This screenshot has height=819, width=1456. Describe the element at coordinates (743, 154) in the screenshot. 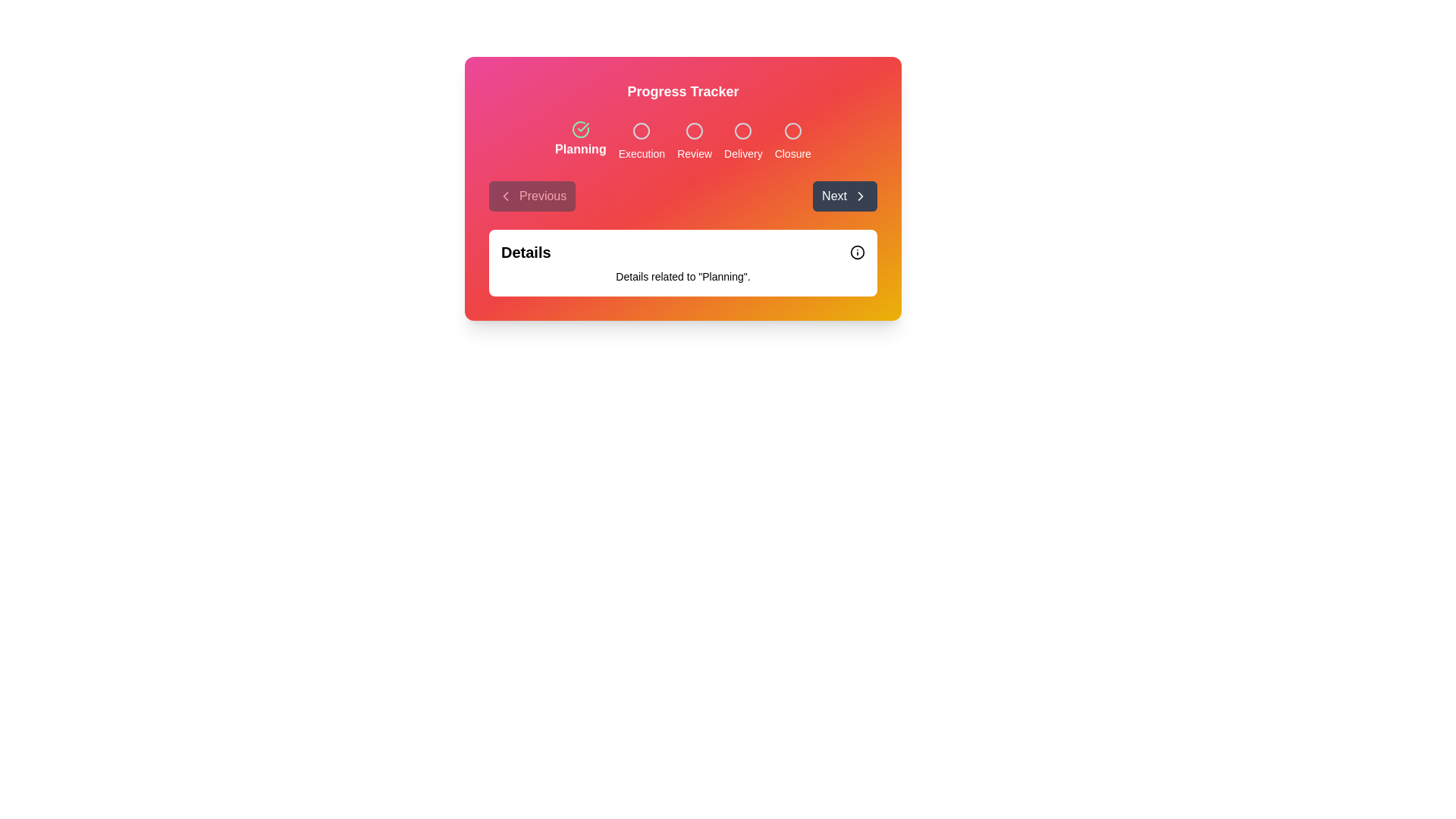

I see `the 'Delivery' step indicator in the process tracker, which is the fourth label in a horizontal progression tracker` at that location.